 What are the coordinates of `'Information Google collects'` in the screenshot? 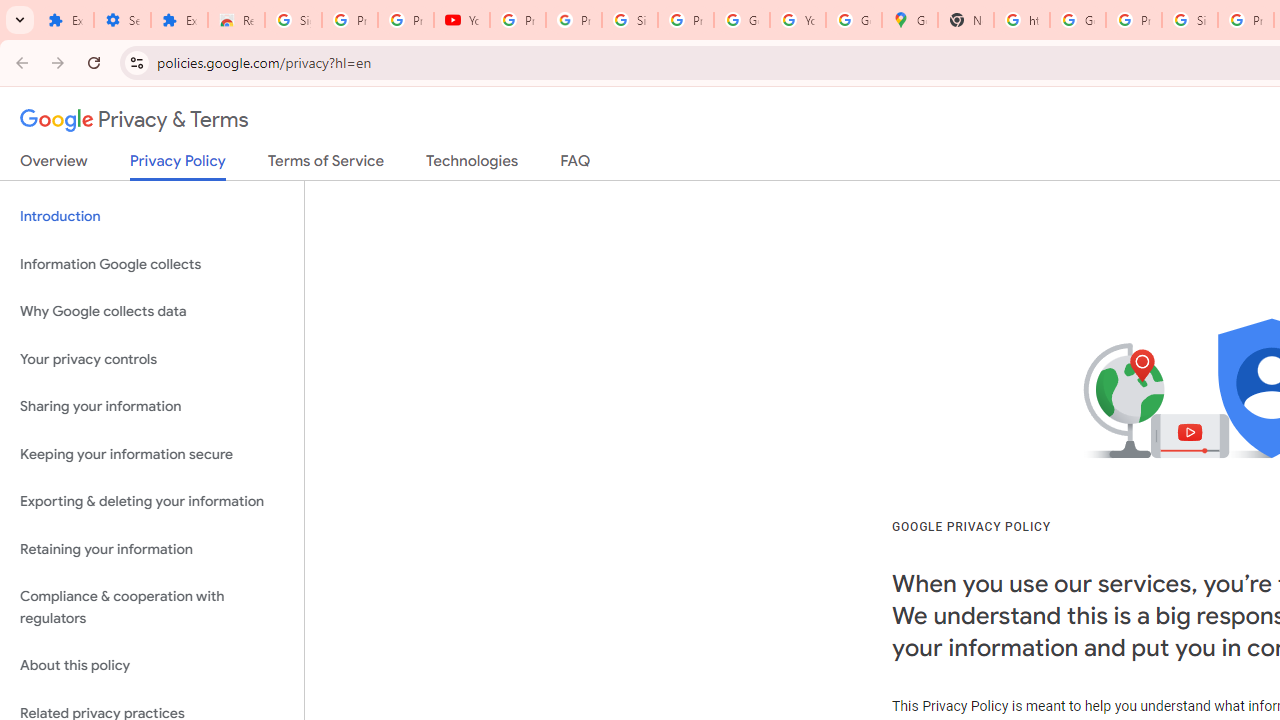 It's located at (151, 263).